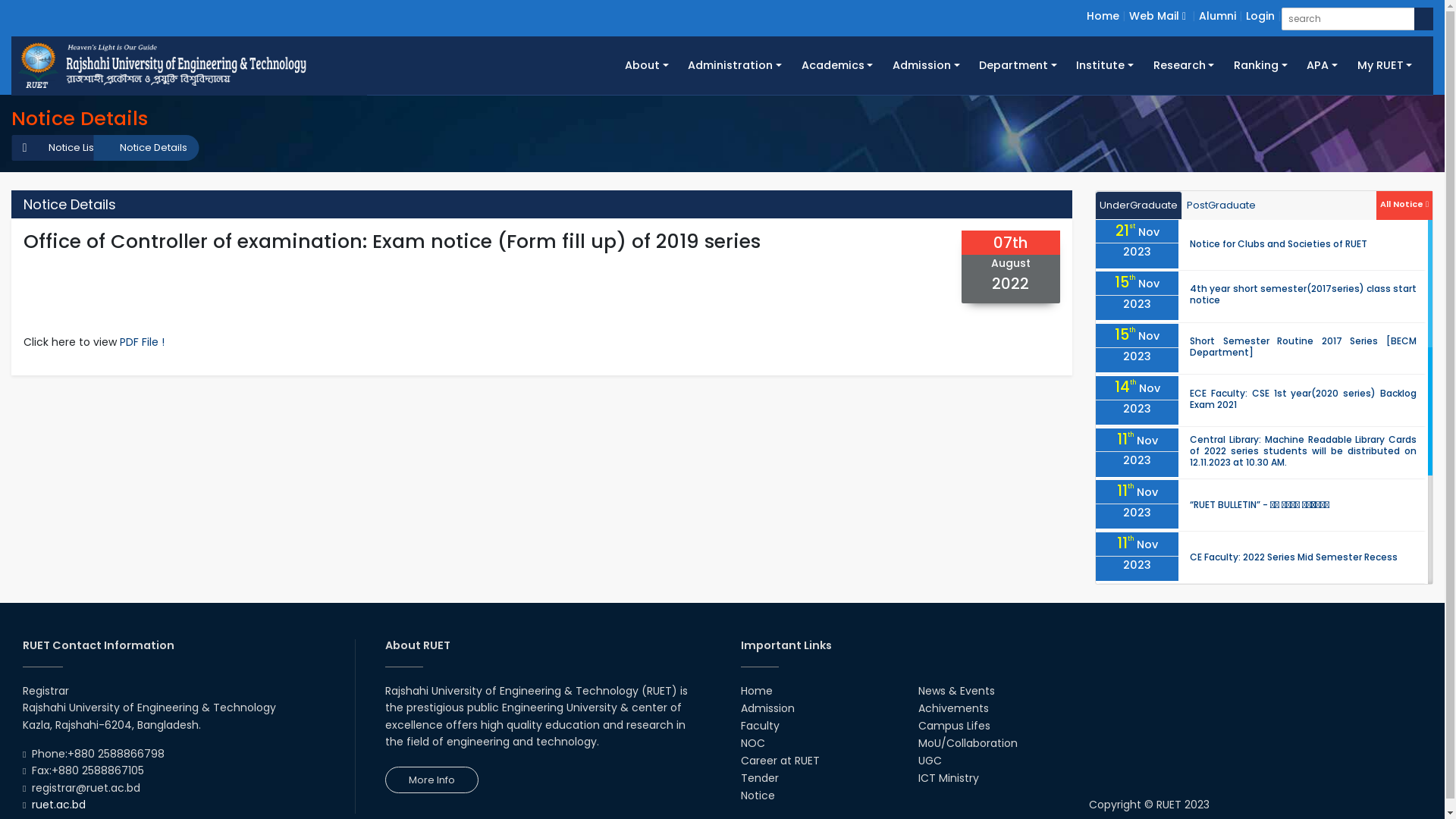  What do you see at coordinates (1105, 64) in the screenshot?
I see `'Institute'` at bounding box center [1105, 64].